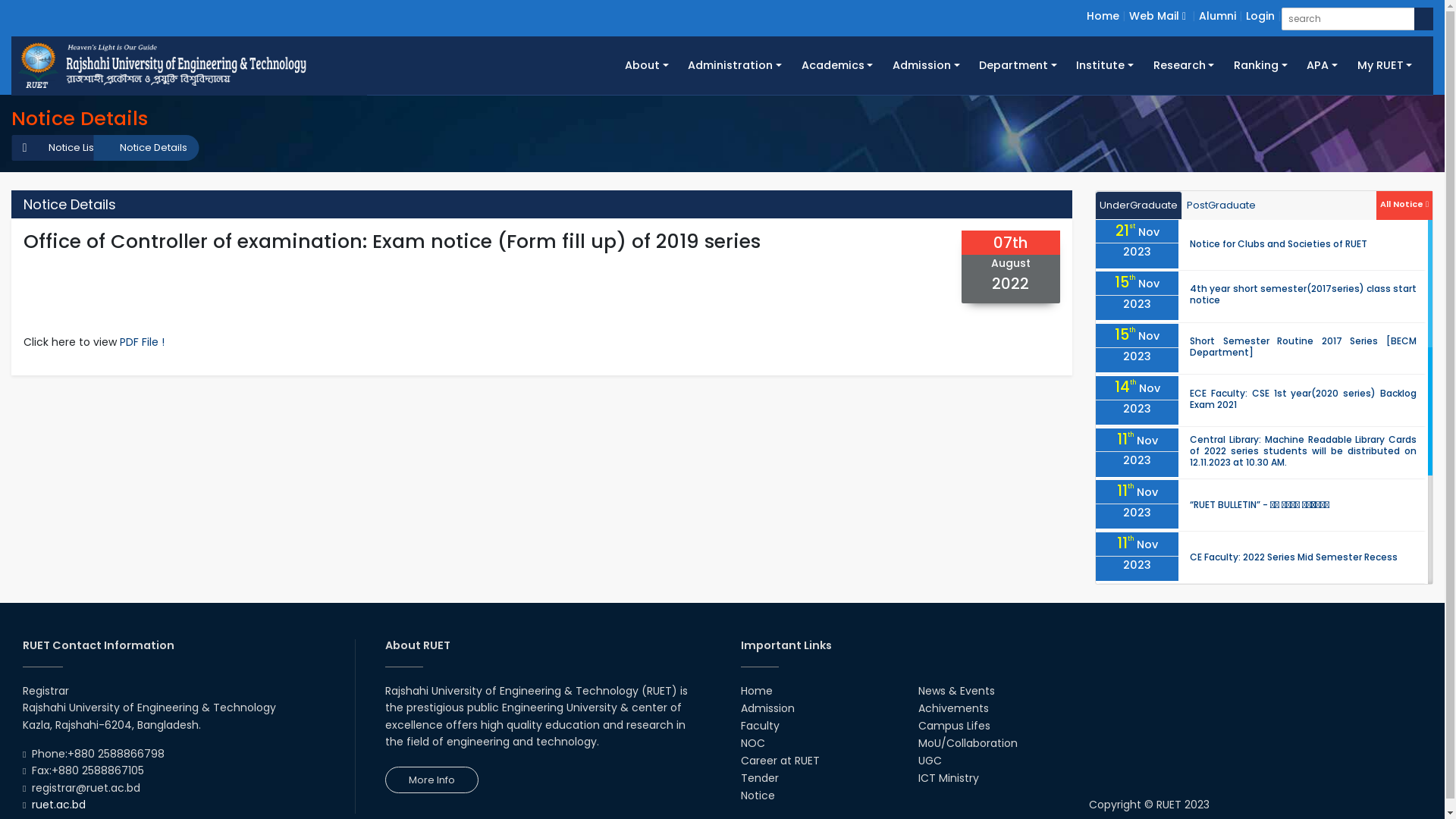  What do you see at coordinates (1105, 64) in the screenshot?
I see `'Institute'` at bounding box center [1105, 64].